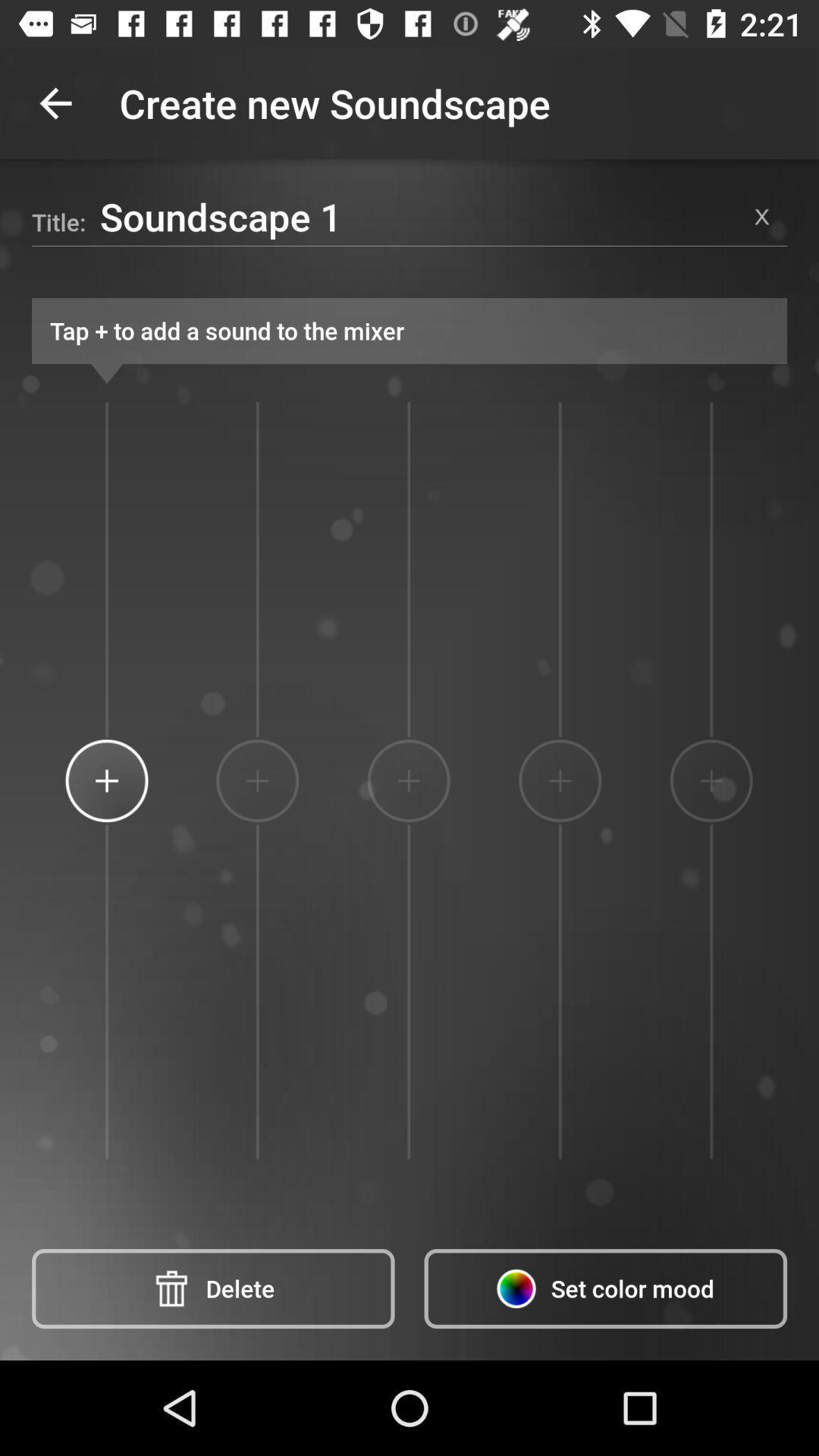 This screenshot has width=819, height=1456. What do you see at coordinates (256, 780) in the screenshot?
I see `the item above the delete` at bounding box center [256, 780].